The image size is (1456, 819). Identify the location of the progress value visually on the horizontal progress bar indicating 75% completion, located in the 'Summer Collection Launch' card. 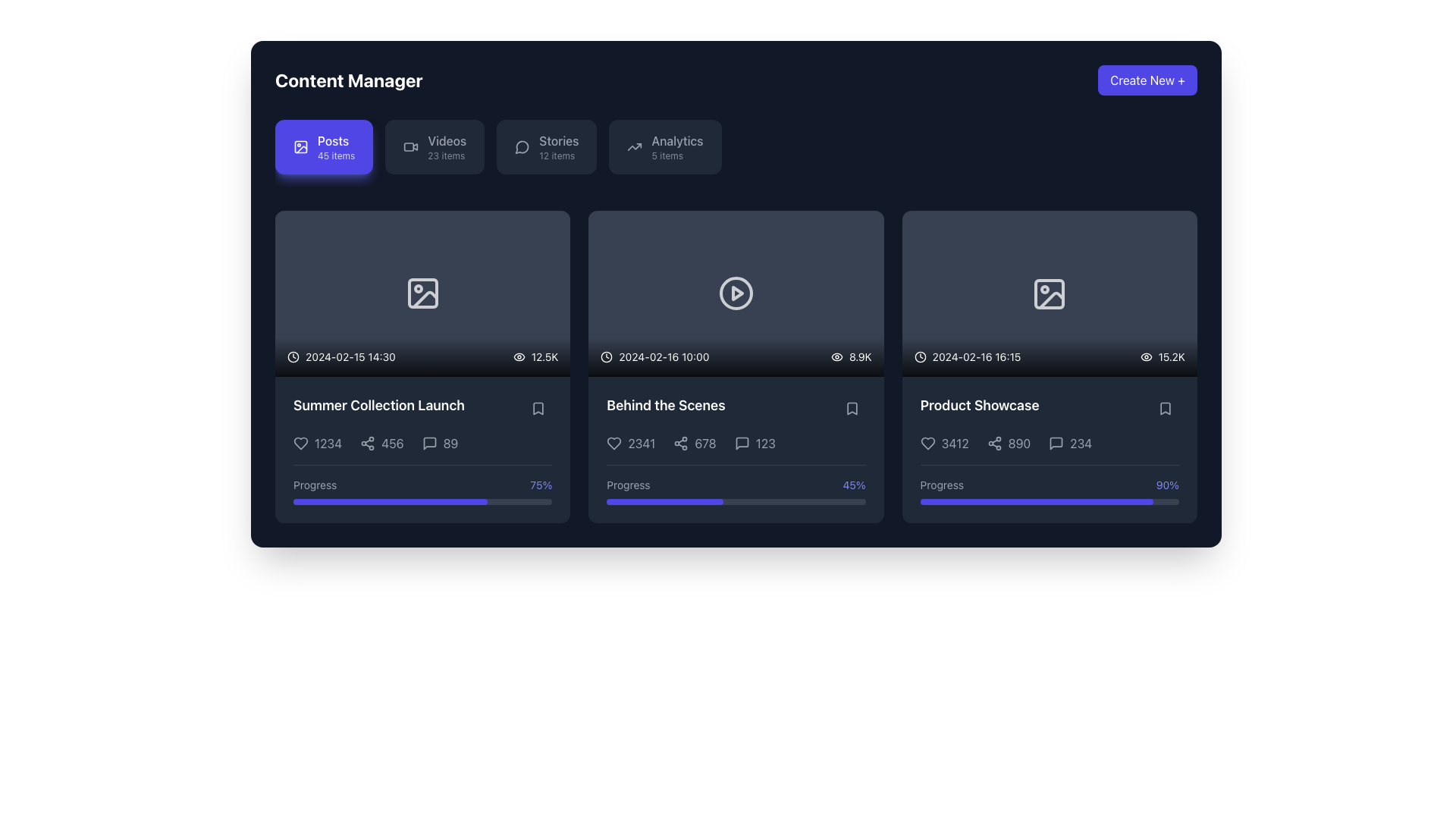
(422, 501).